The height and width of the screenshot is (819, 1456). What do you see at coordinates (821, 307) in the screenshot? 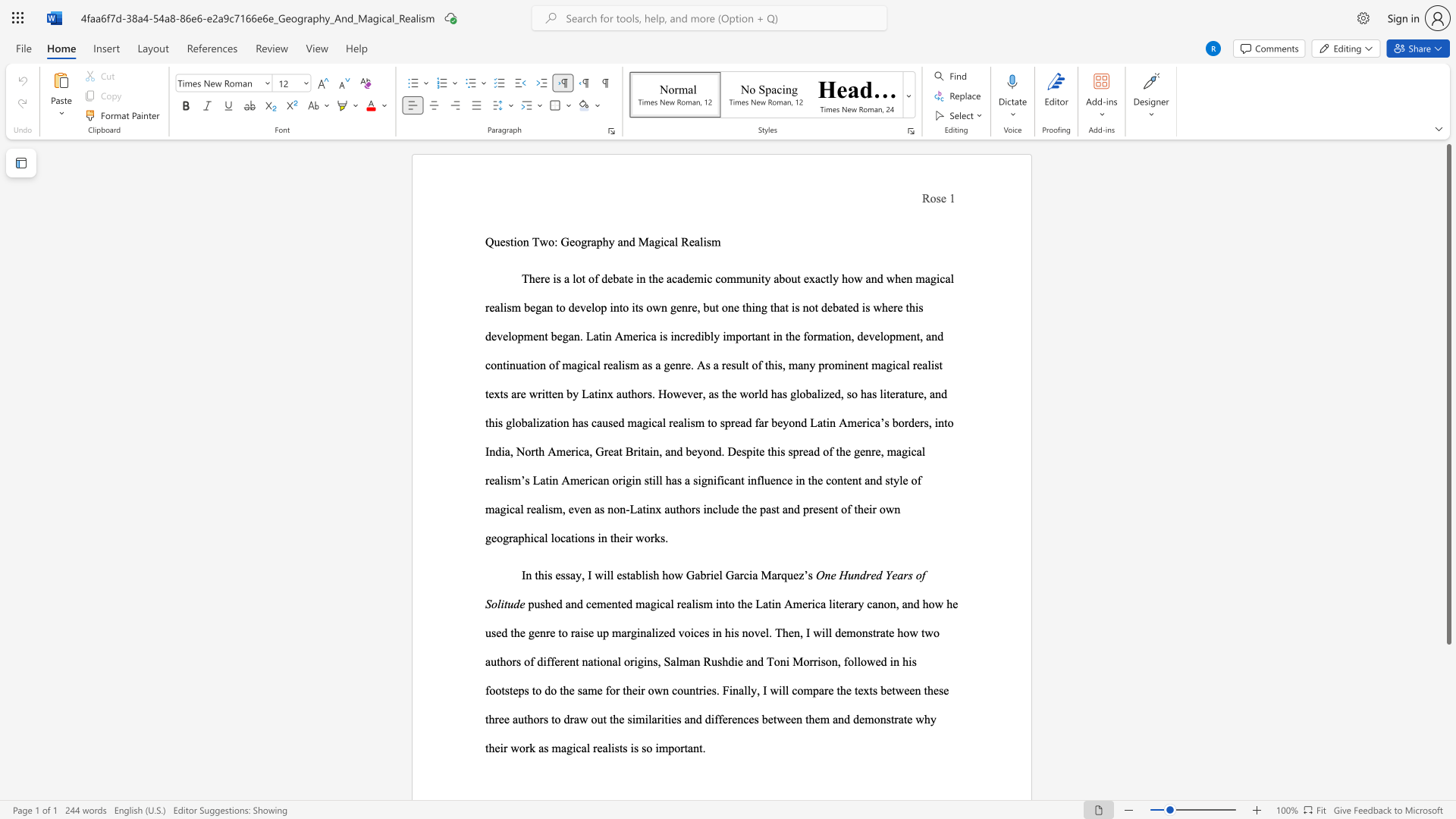
I see `the subset text "debated is where this development began. Latin America is incredibly importa" within the text "There is a lot of debate in the academic community about exactly how and when magical realism began to develop into its own genre, but one thing that is not debated is where this development began. Latin America is incredibly important in the formation, development, and continuation of magical realism as a genre. As a result of this, many prominent magical realist texts are written by Latinx authors. However, as the world has globalized, so has literature, and this globalization has caused magical realism t"` at bounding box center [821, 307].